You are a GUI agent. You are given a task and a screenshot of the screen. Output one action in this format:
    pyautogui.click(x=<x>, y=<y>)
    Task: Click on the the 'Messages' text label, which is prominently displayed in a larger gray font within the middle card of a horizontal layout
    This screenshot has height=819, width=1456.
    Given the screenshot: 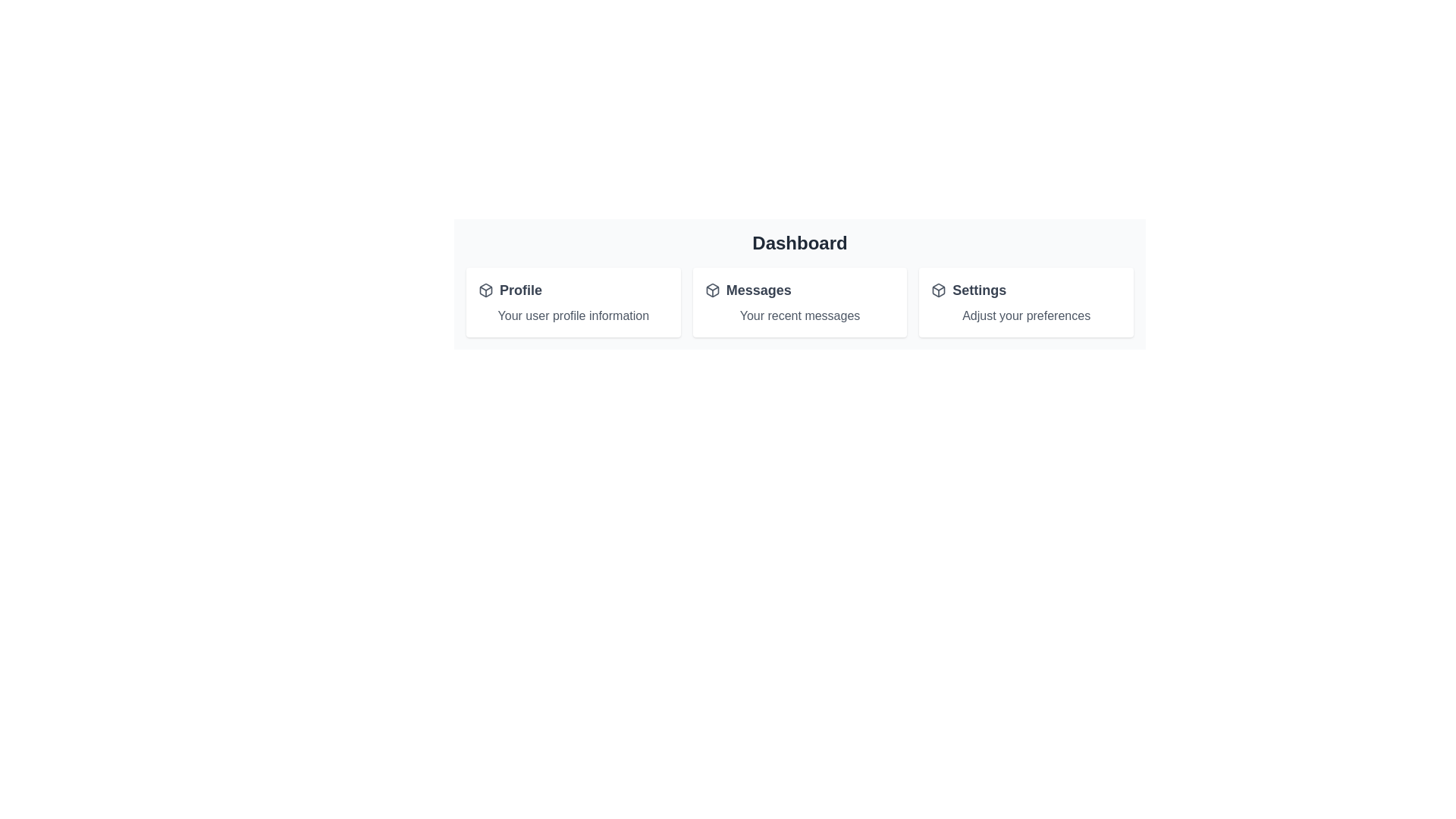 What is the action you would take?
    pyautogui.click(x=758, y=290)
    